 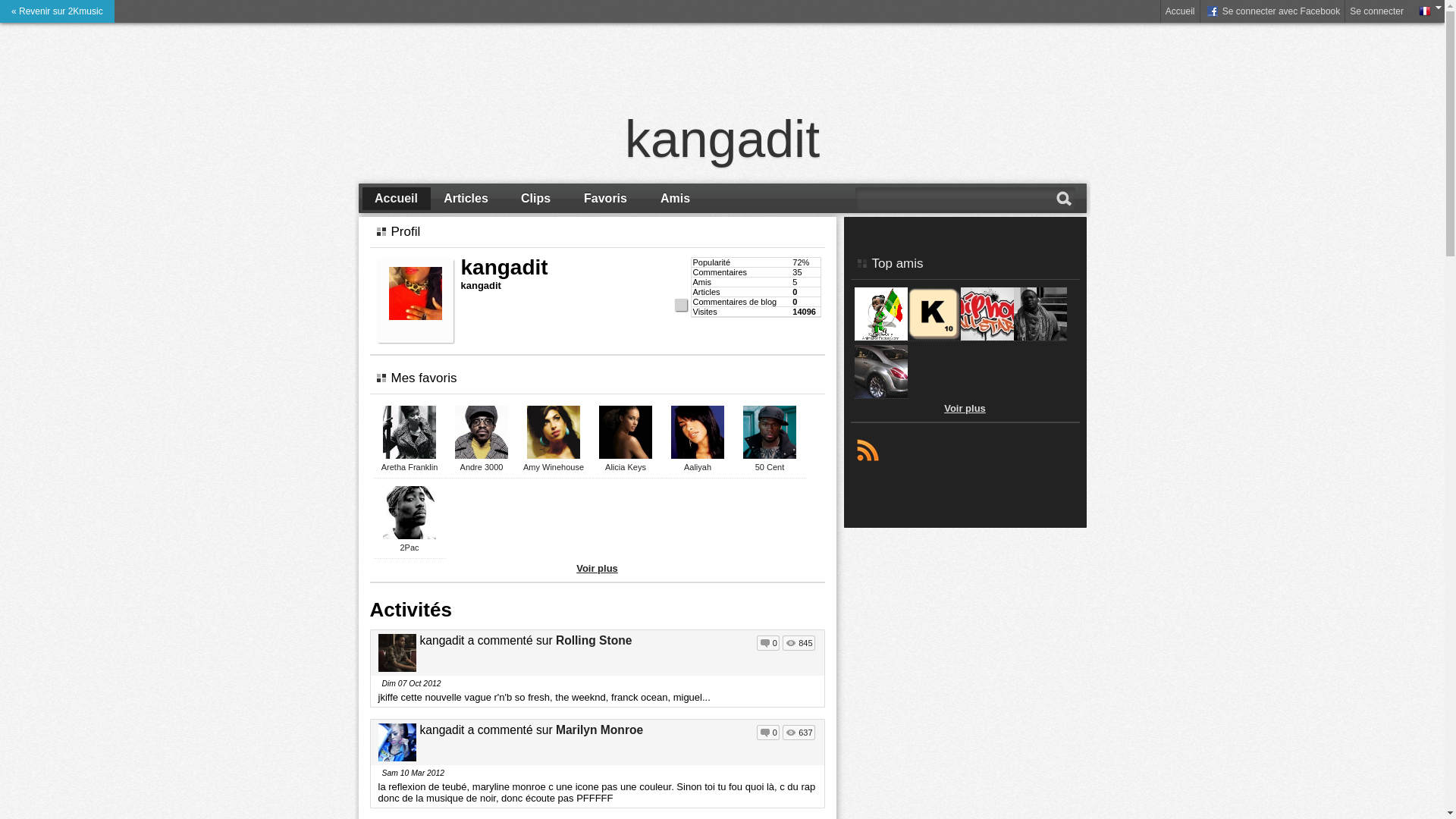 I want to click on 'Clips', so click(x=535, y=198).